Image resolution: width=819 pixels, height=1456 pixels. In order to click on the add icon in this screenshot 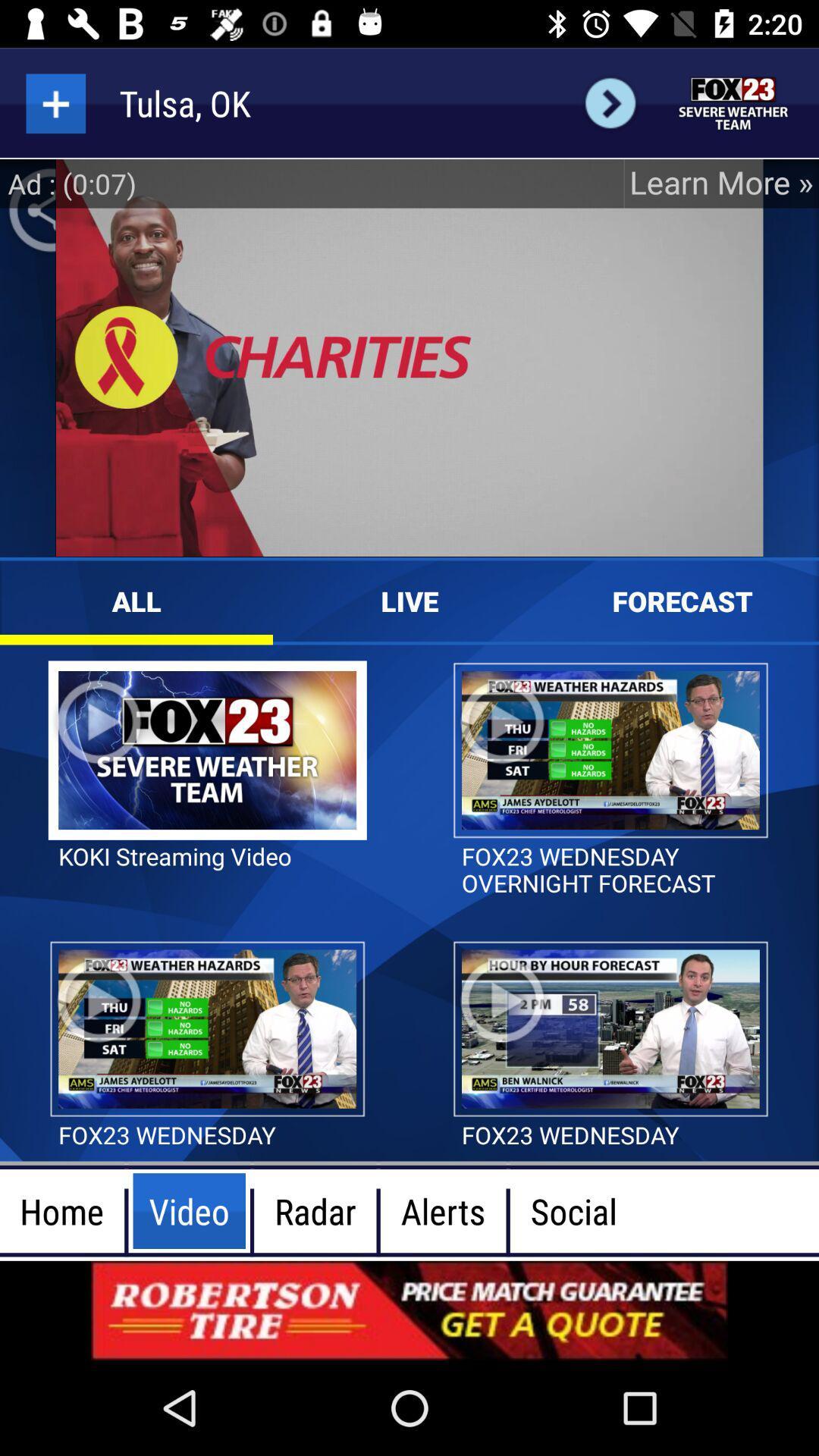, I will do `click(55, 102)`.